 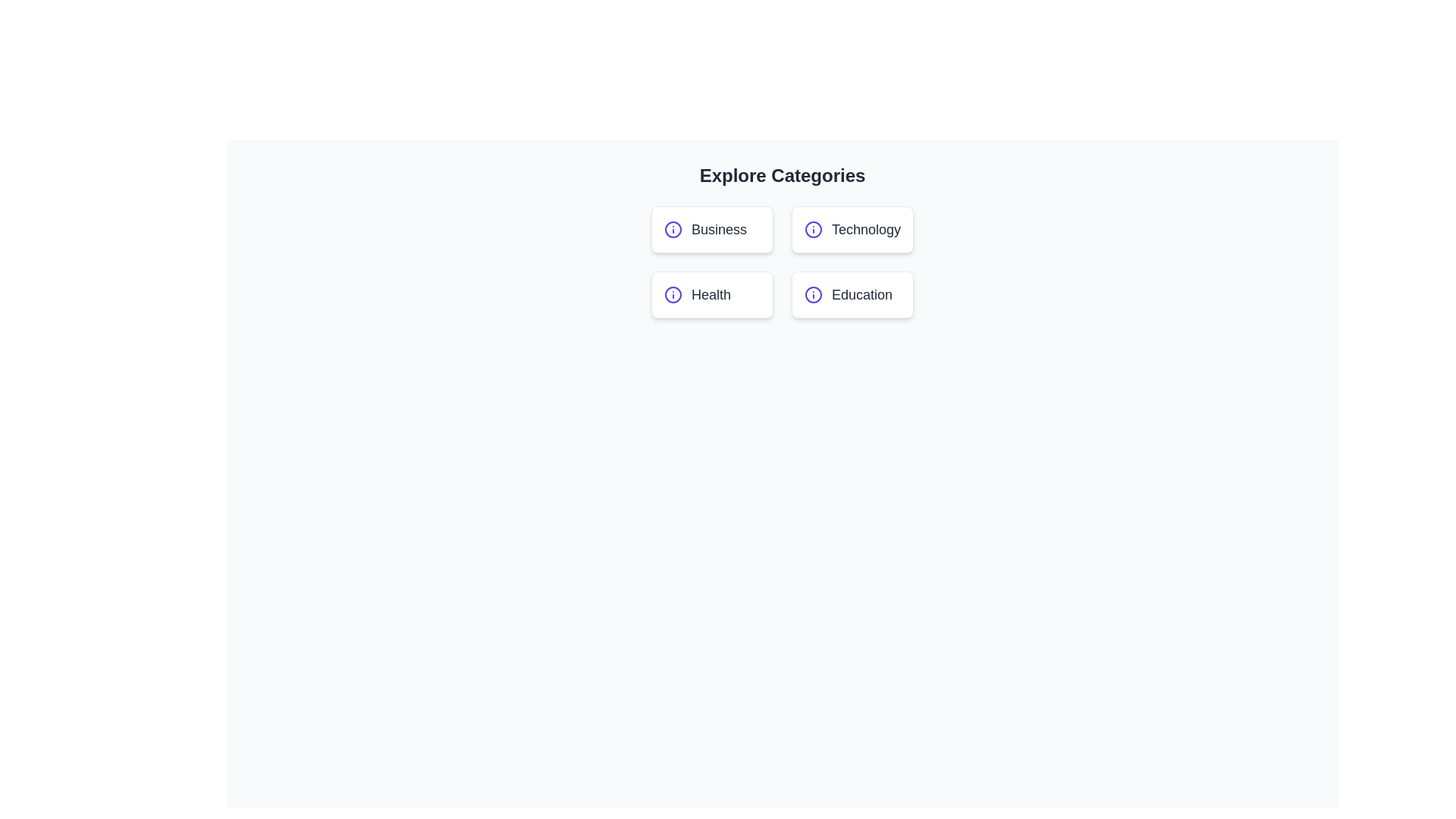 What do you see at coordinates (673, 230) in the screenshot?
I see `the Circle element within the SVG graphic that represents the 'Business' category, located under the title 'Explore Categories'` at bounding box center [673, 230].